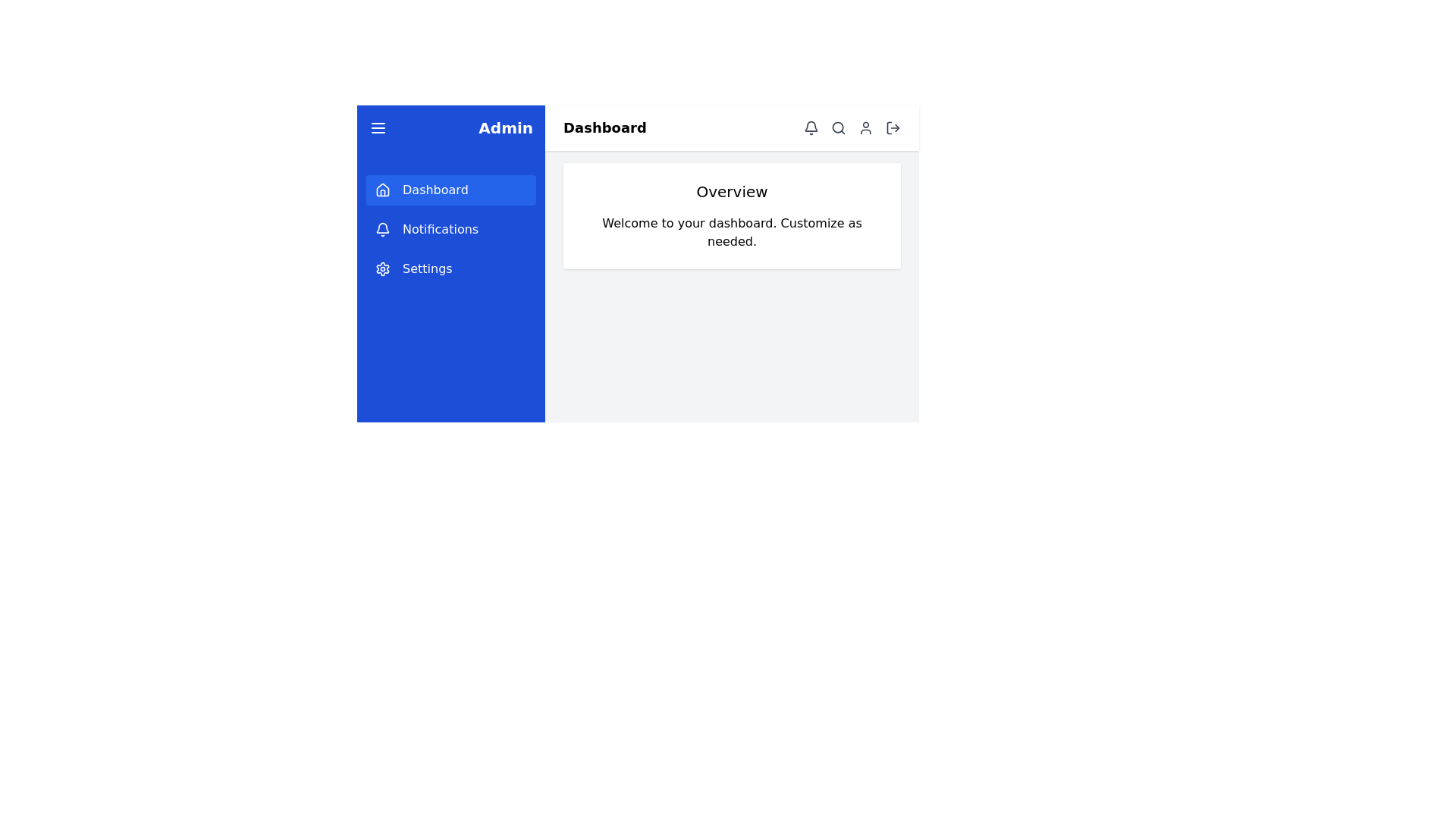  Describe the element at coordinates (893, 127) in the screenshot. I see `the logout icon, which is the rightmost icon in a row of icons at the top-right corner of the interface` at that location.